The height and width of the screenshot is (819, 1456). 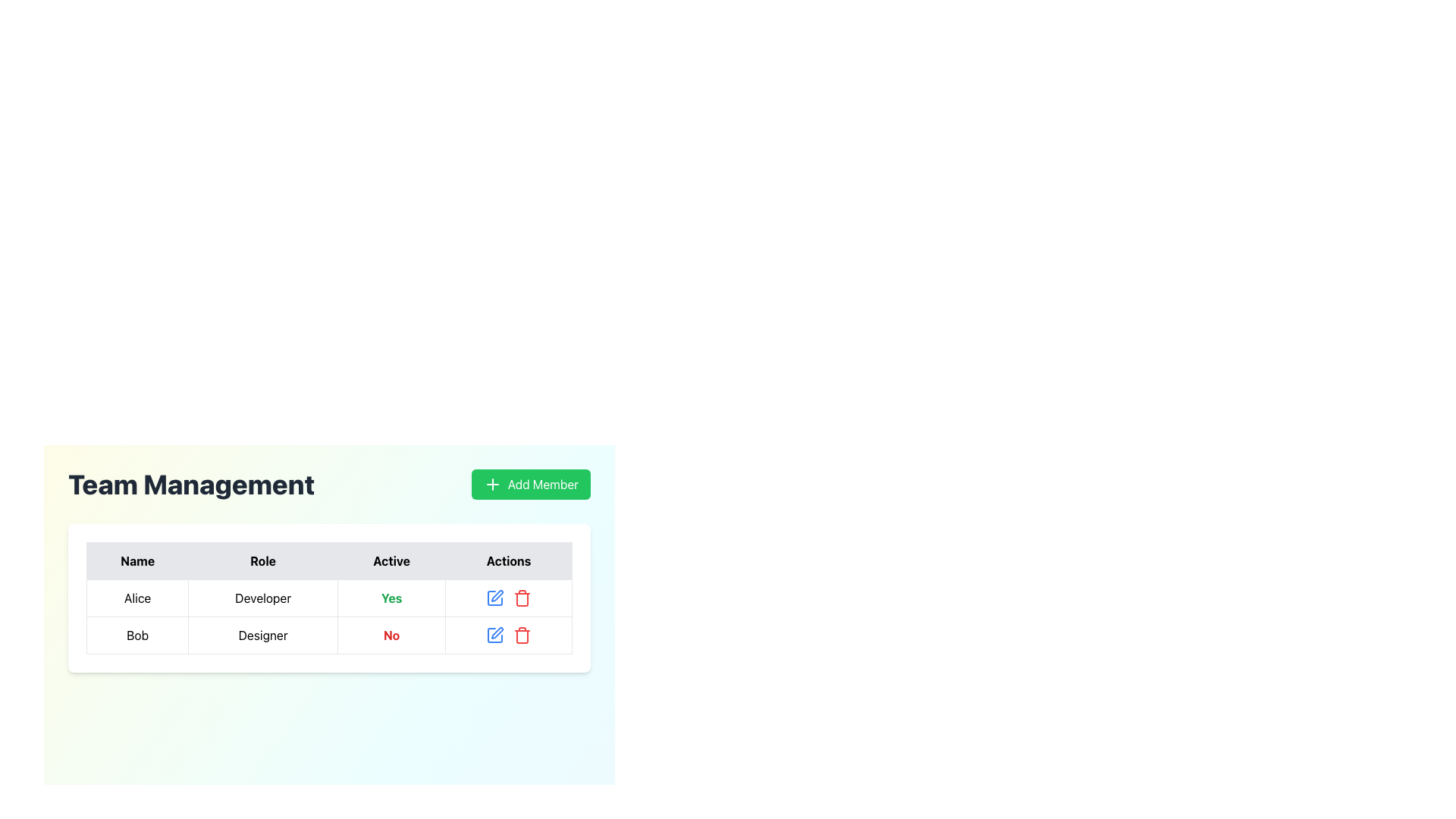 What do you see at coordinates (137, 598) in the screenshot?
I see `the team member's name label located in the first row and first column of the table in the 'Name' column, which serves an informational purpose` at bounding box center [137, 598].